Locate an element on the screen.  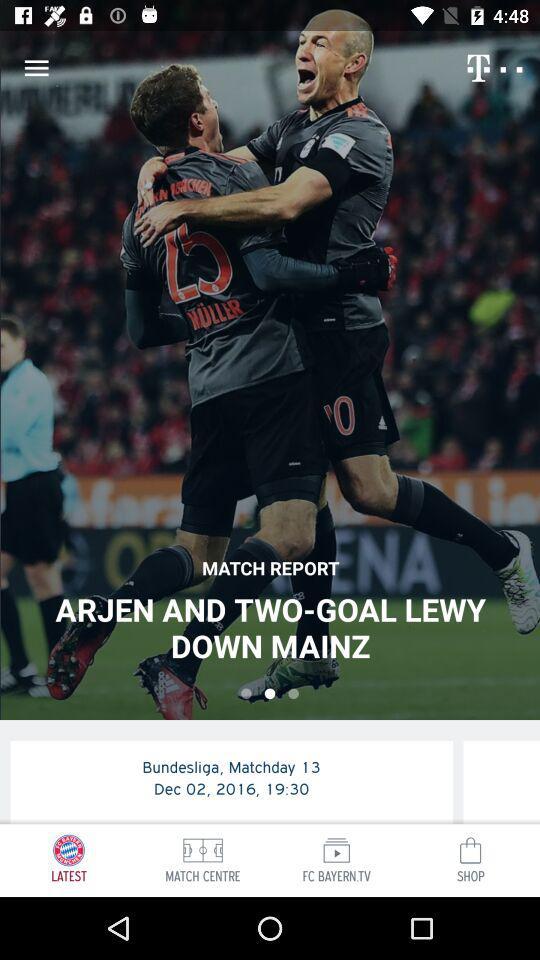
the match centre is located at coordinates (202, 849).